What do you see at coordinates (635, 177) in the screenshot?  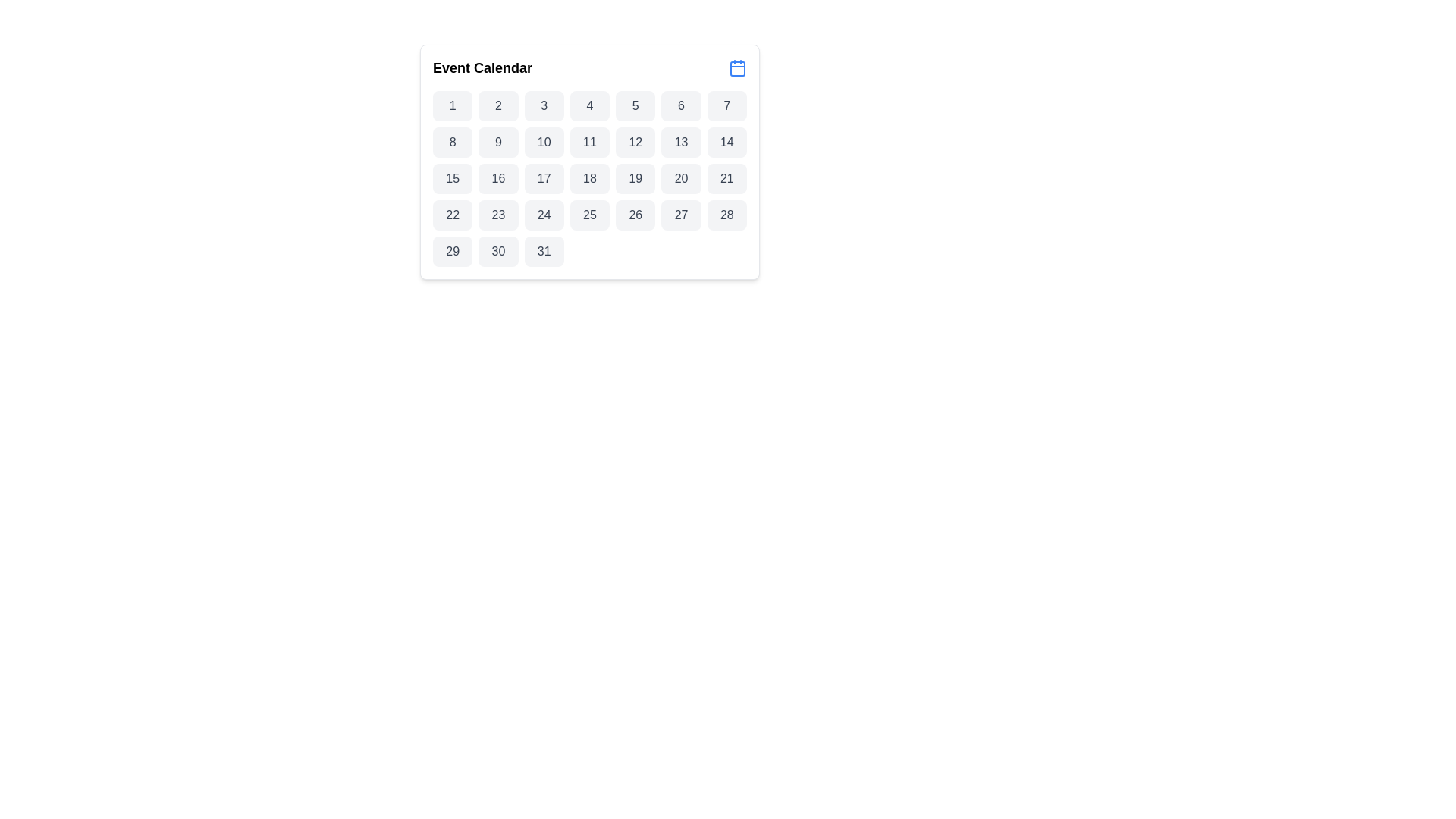 I see `the button representing the 19th day in the calendar` at bounding box center [635, 177].